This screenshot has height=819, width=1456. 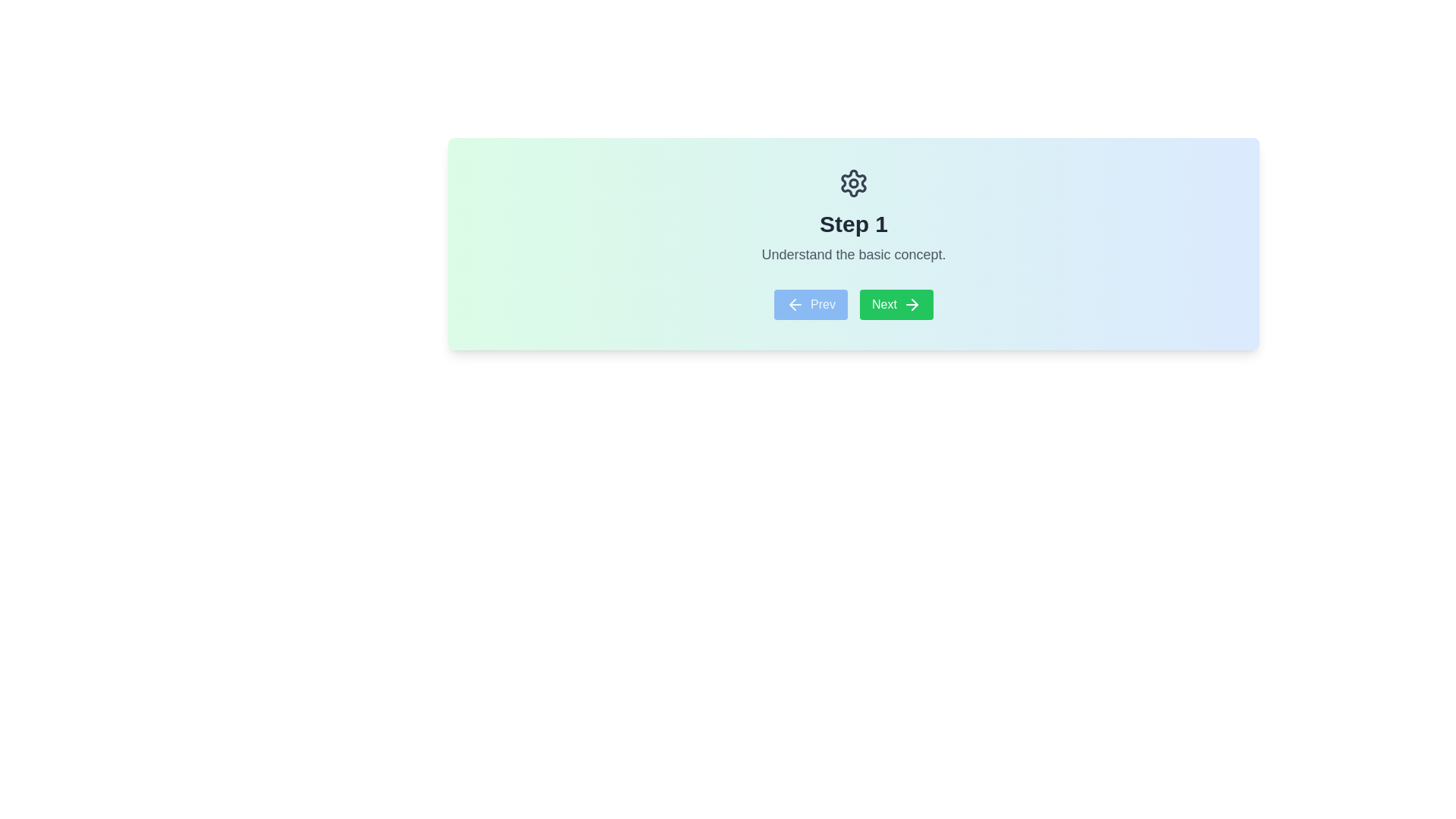 What do you see at coordinates (854, 304) in the screenshot?
I see `the Navigation buttons group containing 'Prev' and 'Next' buttons, which are horizontally aligned and located below the title 'Step 1' and subtitle 'Understand the basic concept.'` at bounding box center [854, 304].